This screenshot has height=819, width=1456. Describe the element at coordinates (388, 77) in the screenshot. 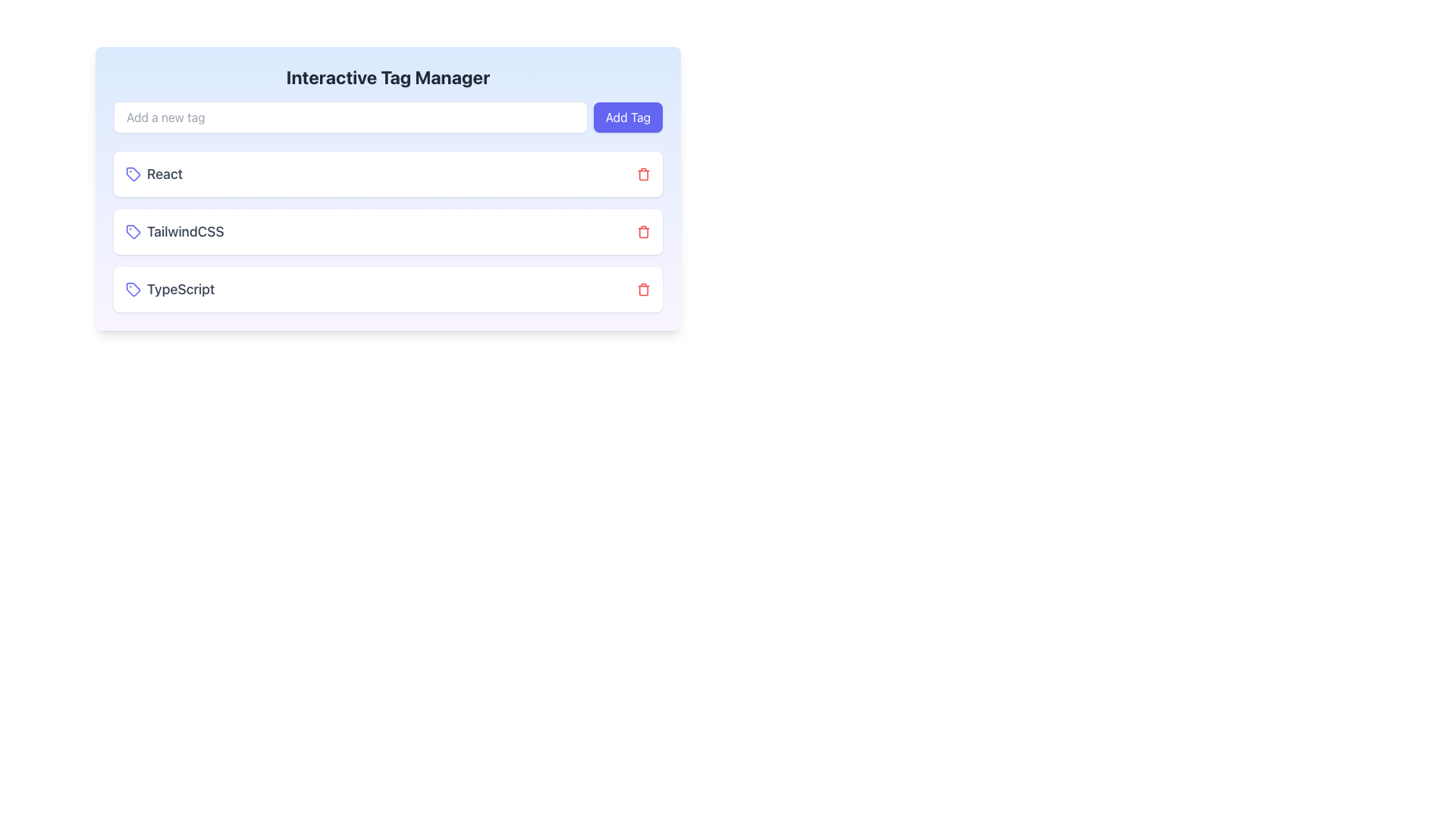

I see `the Heading element that serves as the title for the tag management section, located at the top center of the interface` at that location.